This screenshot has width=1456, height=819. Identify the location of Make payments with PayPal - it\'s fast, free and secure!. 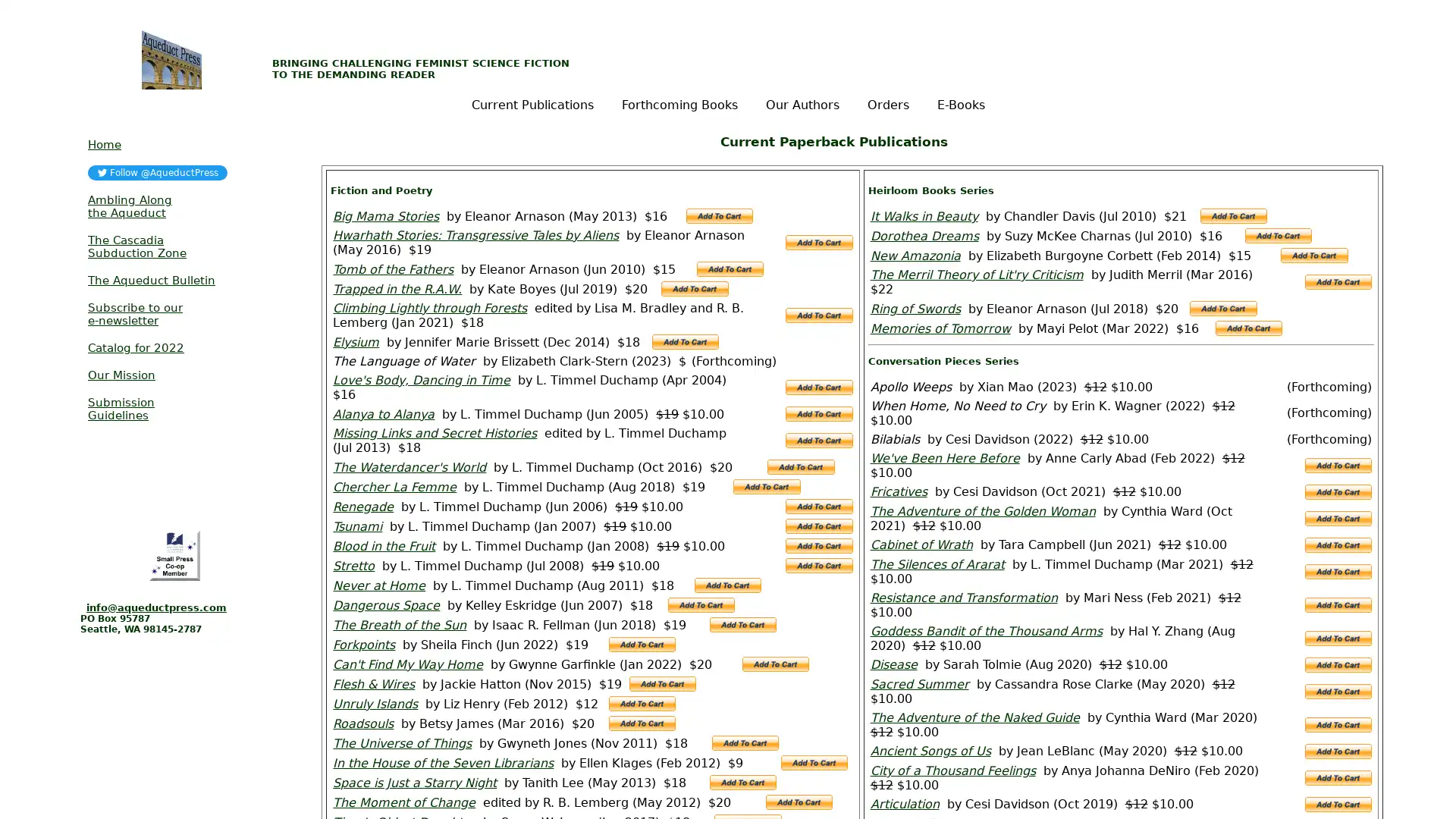
(684, 342).